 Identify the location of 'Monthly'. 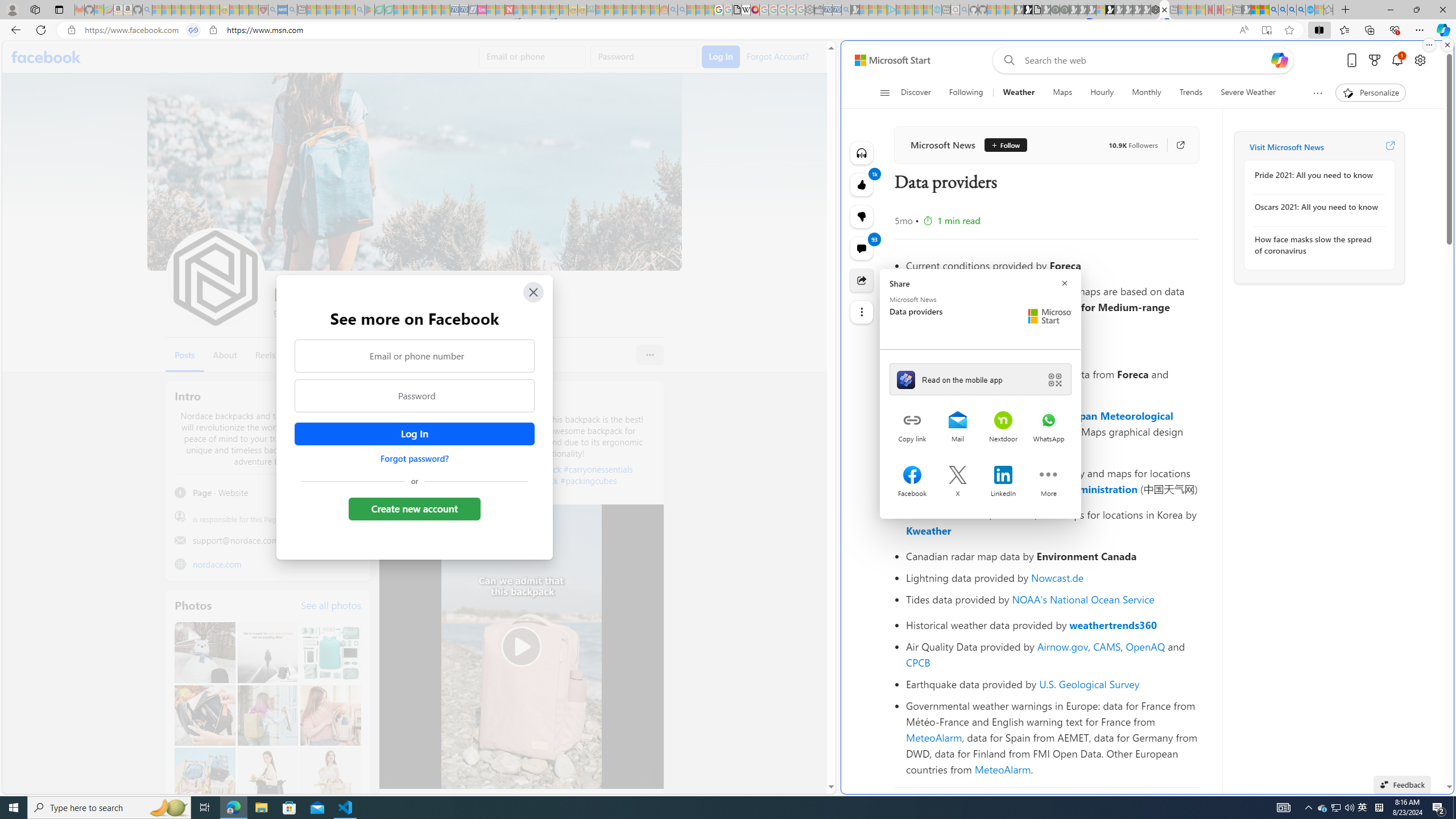
(1146, 92).